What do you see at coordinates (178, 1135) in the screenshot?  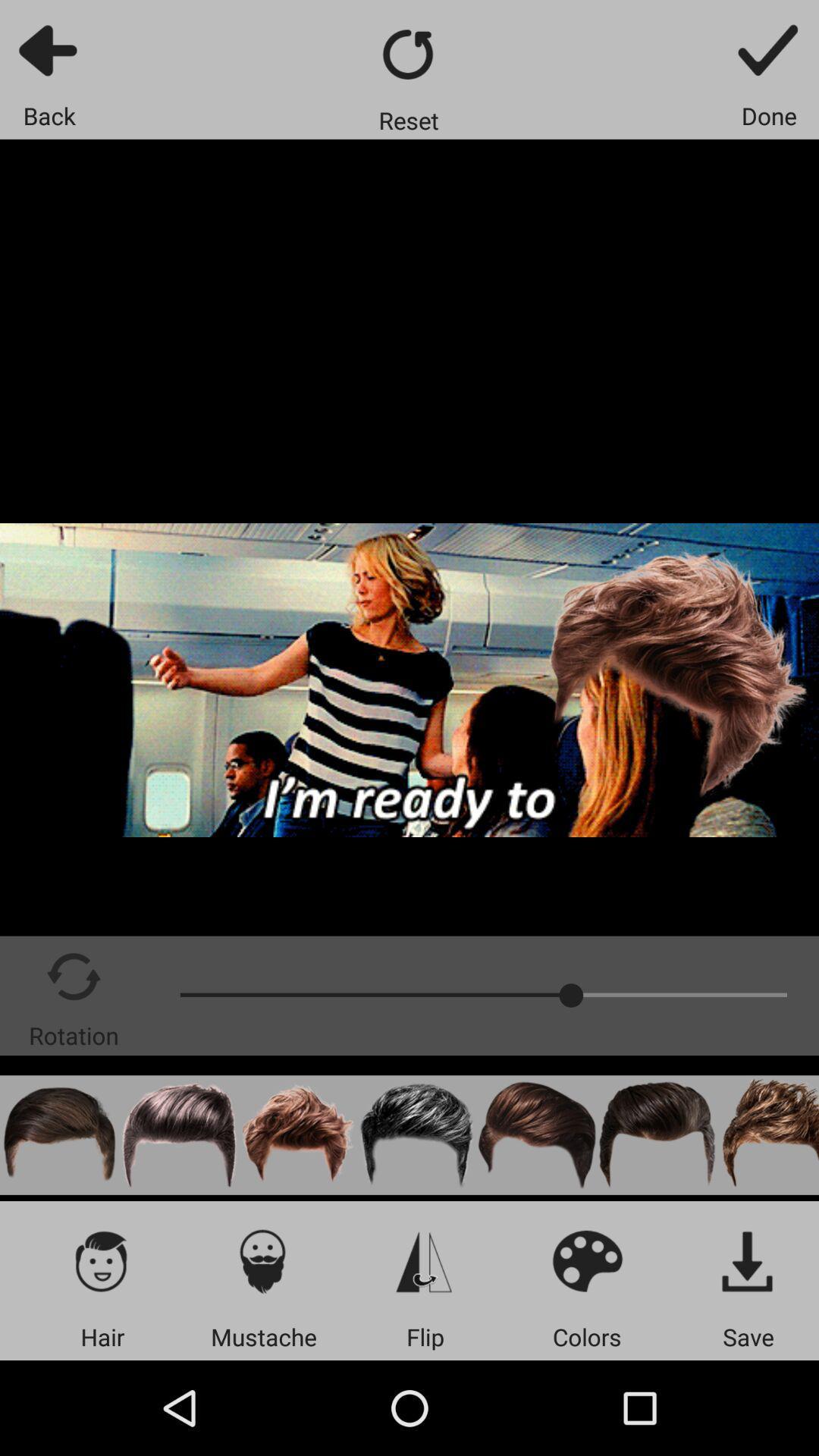 I see `use this hair` at bounding box center [178, 1135].